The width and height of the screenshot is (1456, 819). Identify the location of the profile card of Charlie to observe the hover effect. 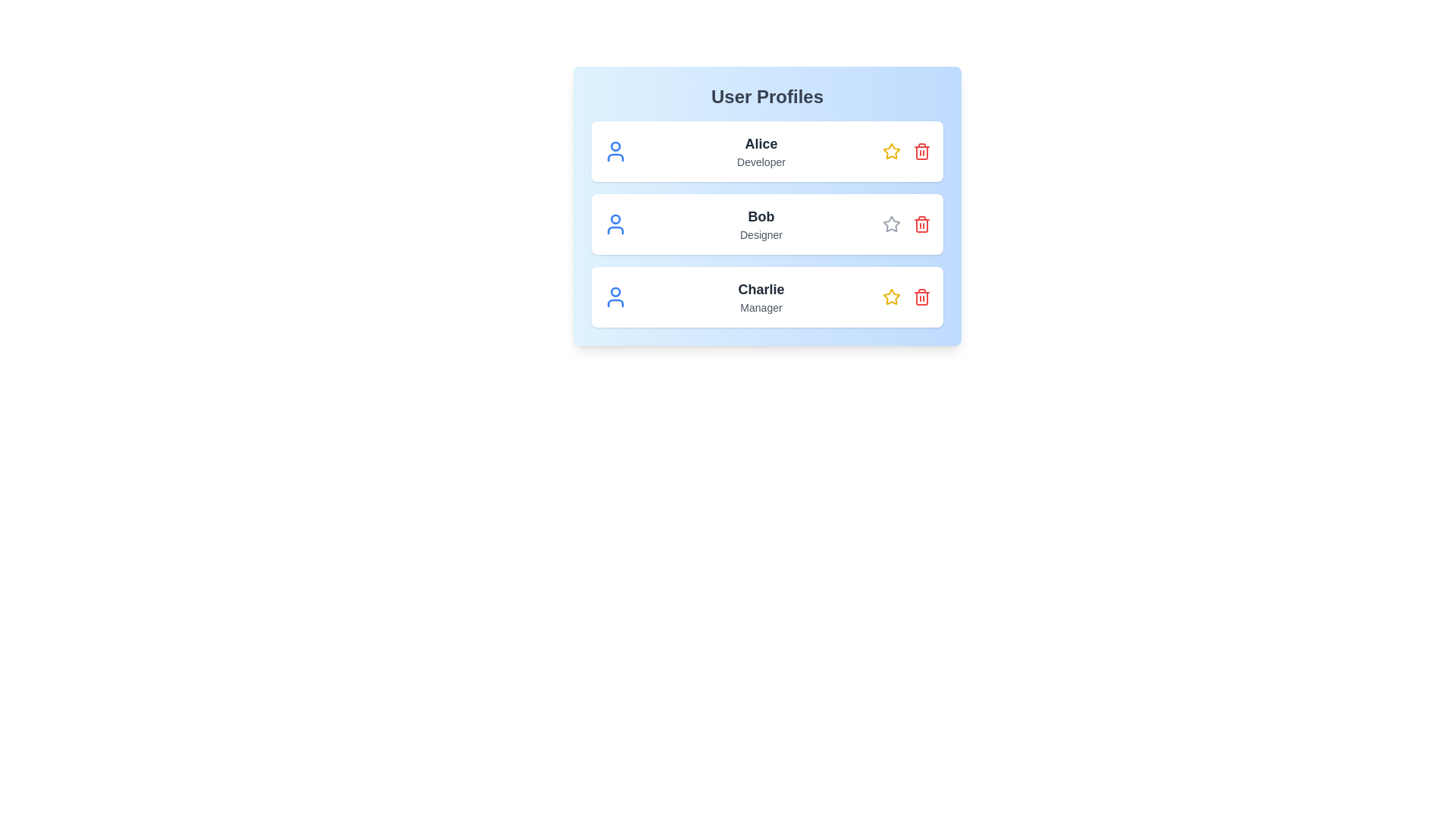
(767, 297).